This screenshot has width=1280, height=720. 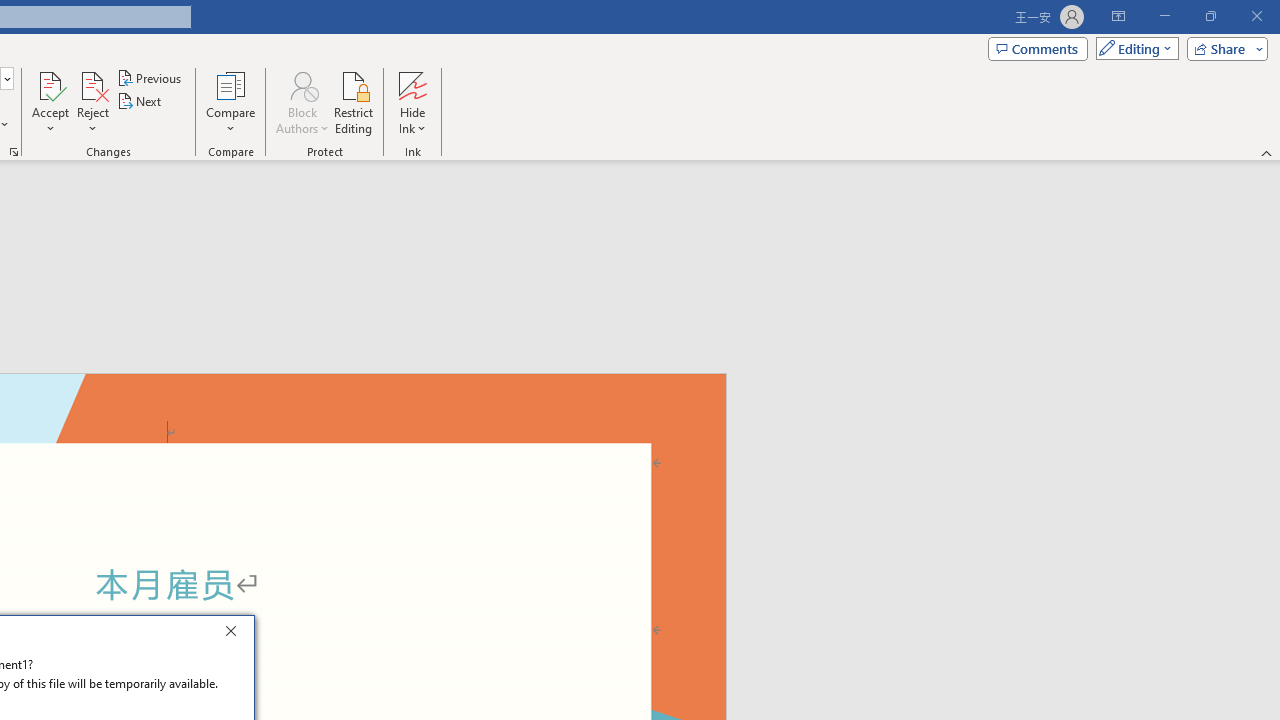 I want to click on 'Next', so click(x=139, y=101).